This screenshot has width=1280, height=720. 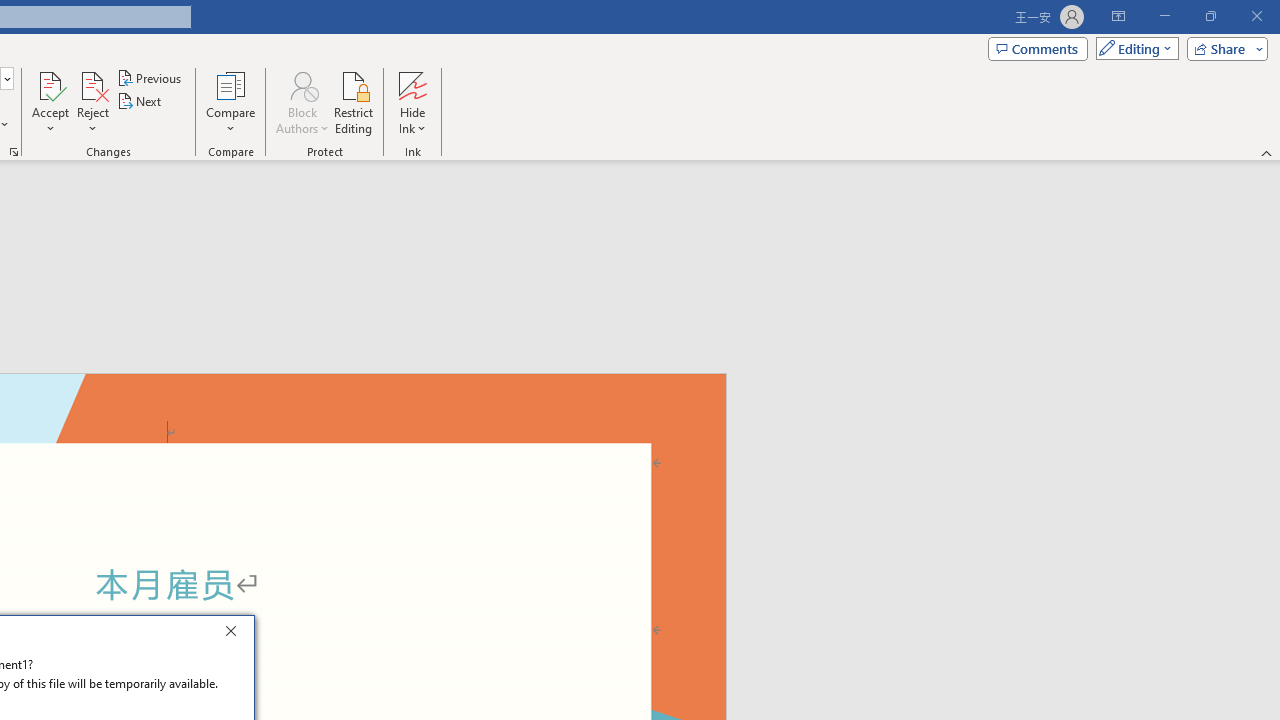 I want to click on 'Next', so click(x=139, y=101).